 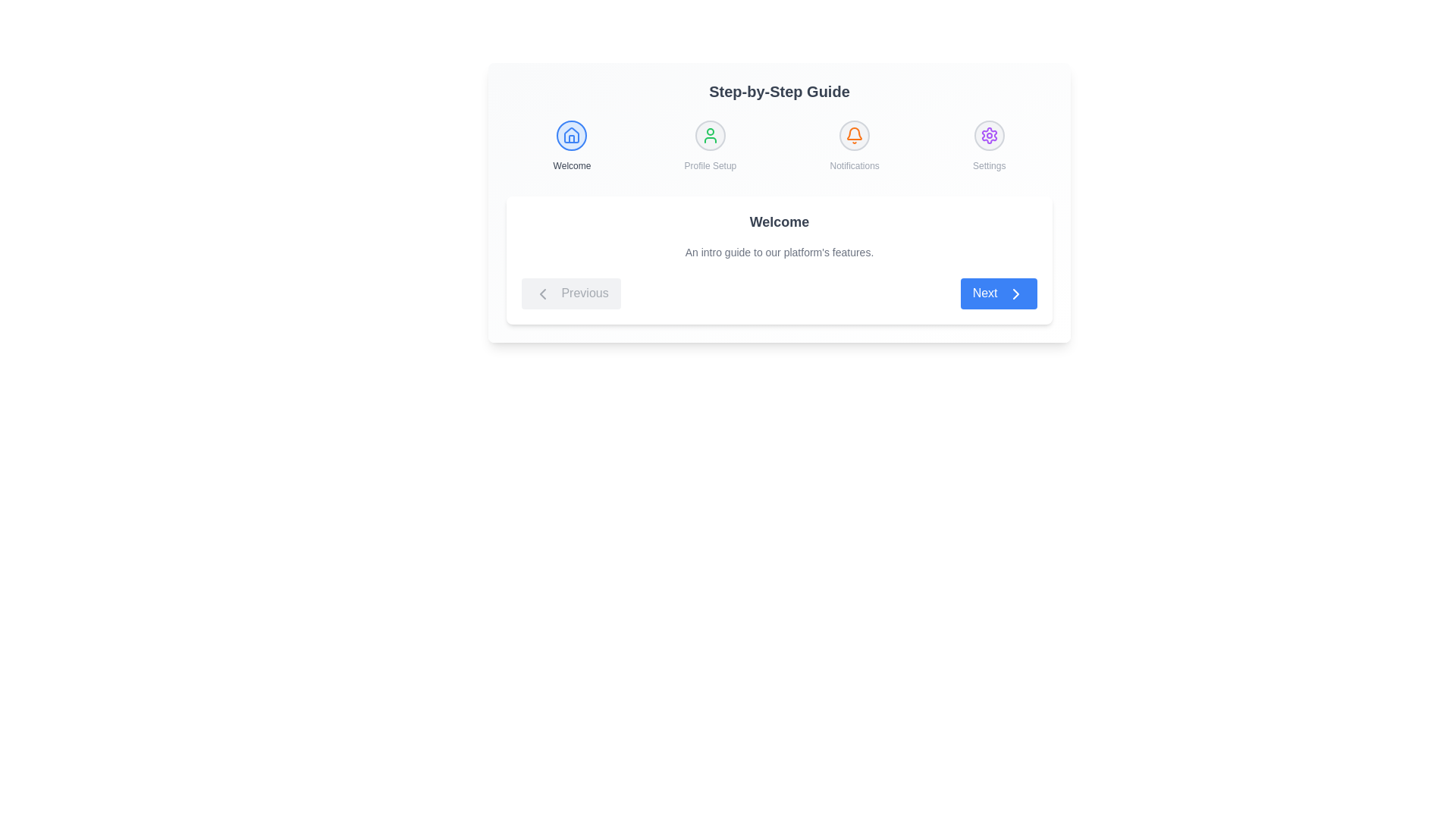 What do you see at coordinates (709, 166) in the screenshot?
I see `the text label reading 'Profile Setup', which is displayed in a small, gray, sans-serif font, located beneath the user profile icon in the progress indicator` at bounding box center [709, 166].